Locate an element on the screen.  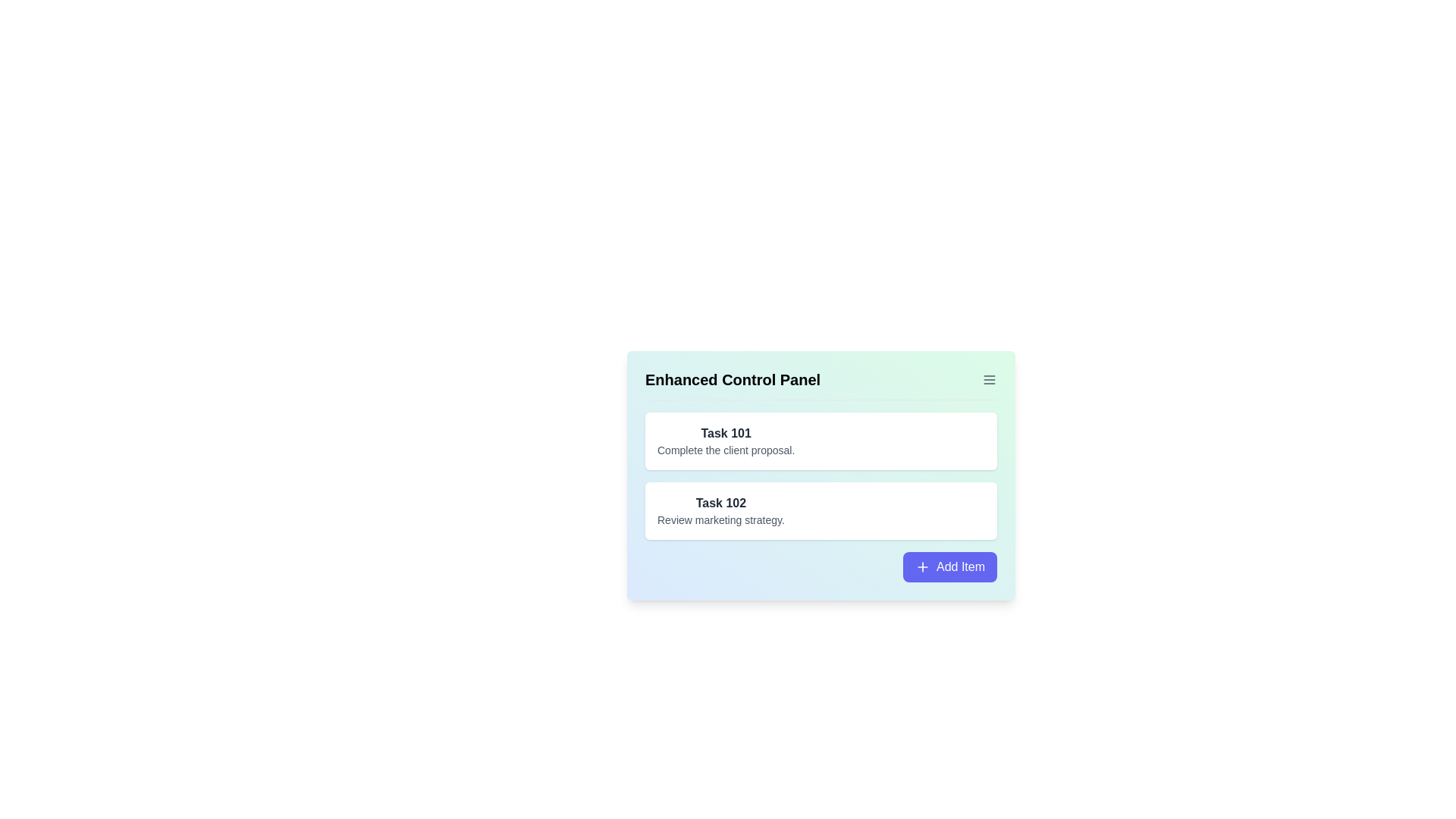
the 'Add Item' button, which is a rectangular button with a purple background and a white label centered inside, featuring a plus sign icon to the left is located at coordinates (949, 567).